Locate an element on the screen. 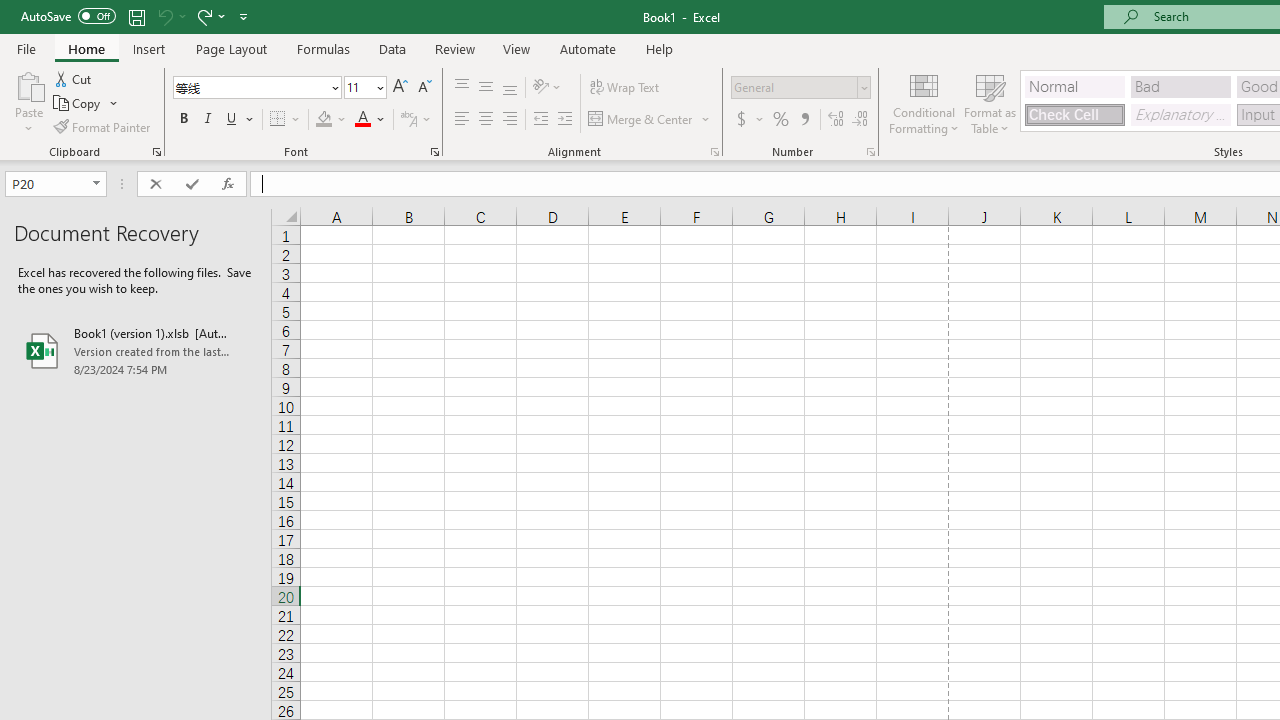 This screenshot has width=1280, height=720. 'Format Painter' is located at coordinates (102, 127).